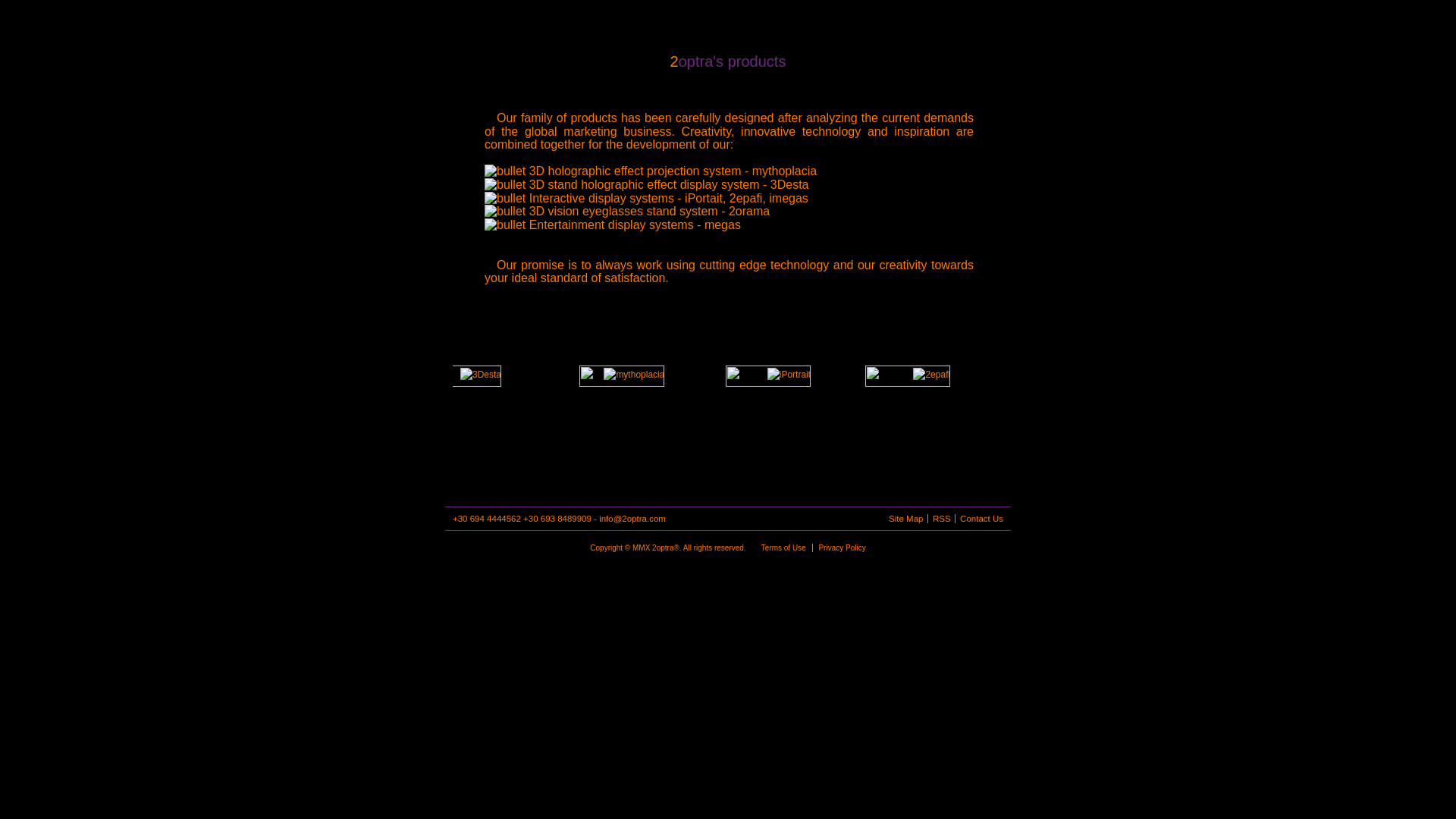 Image resolution: width=1456 pixels, height=819 pixels. Describe the element at coordinates (598, 517) in the screenshot. I see `'info@2optra.com'` at that location.